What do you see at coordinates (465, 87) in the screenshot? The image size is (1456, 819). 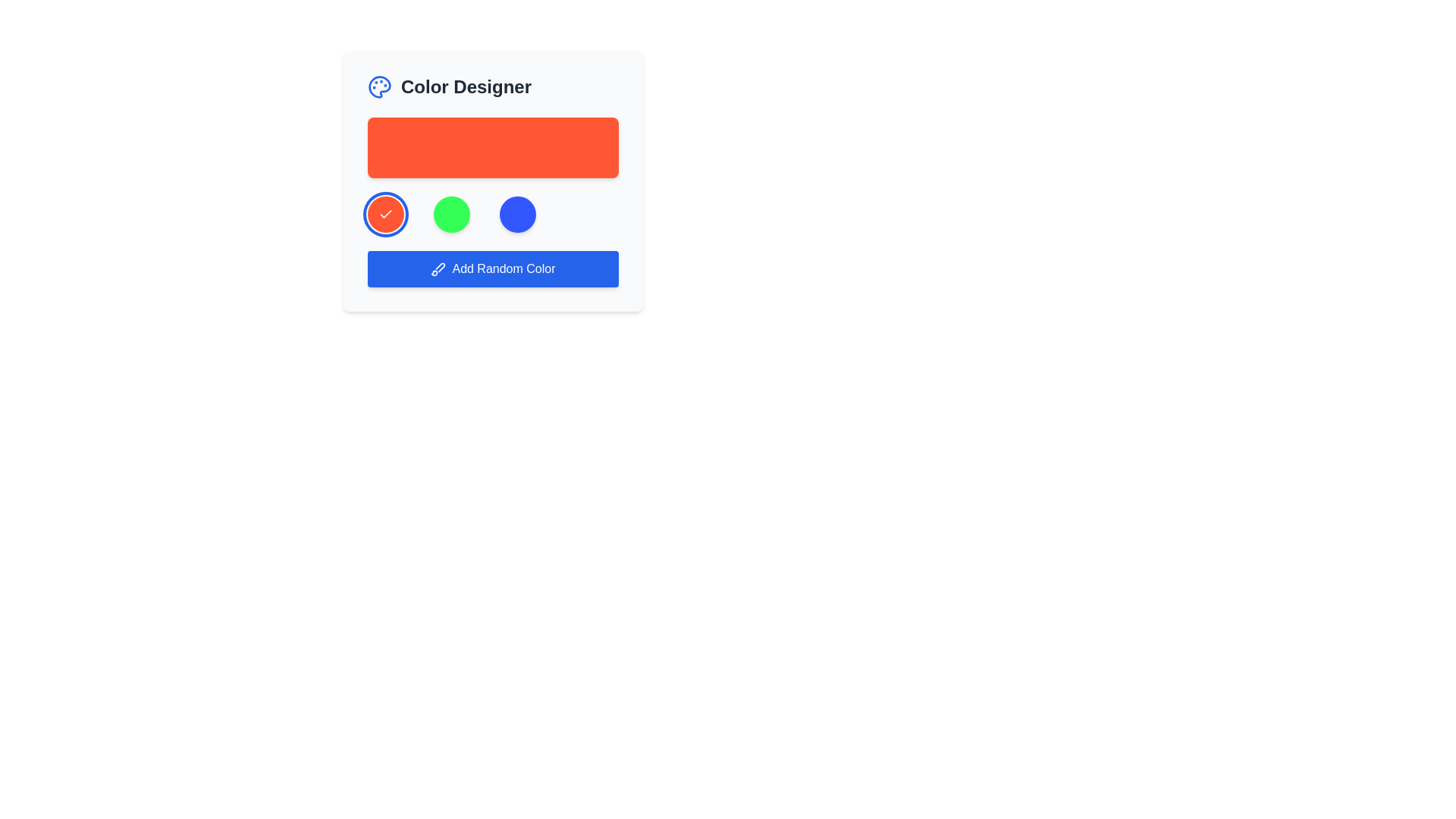 I see `text from the 'Color Designer' label, which is a bold, dark gray text positioned near the top of the interface, to the right of a blue palette icon` at bounding box center [465, 87].